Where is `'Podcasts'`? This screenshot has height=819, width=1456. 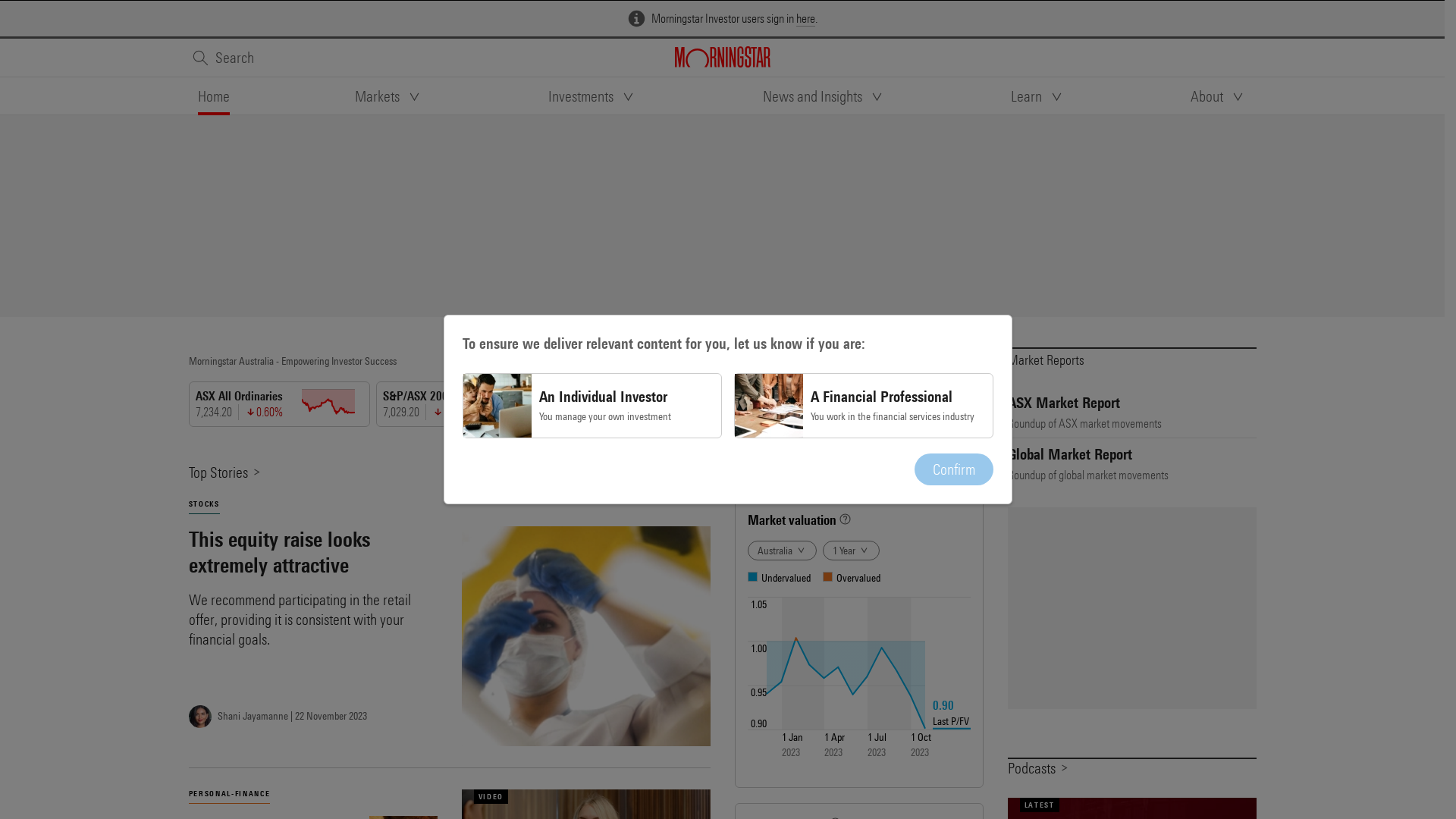 'Podcasts' is located at coordinates (1037, 767).